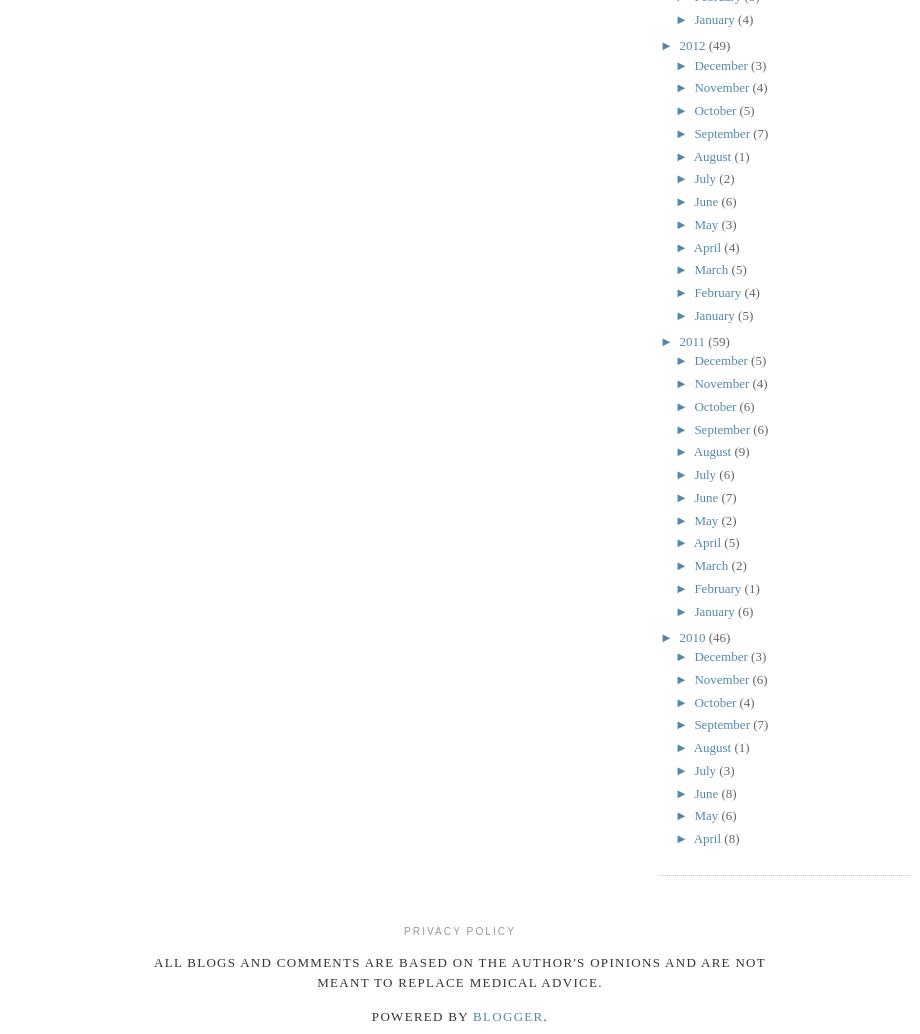 The image size is (920, 1034). Describe the element at coordinates (718, 45) in the screenshot. I see `'(49)'` at that location.